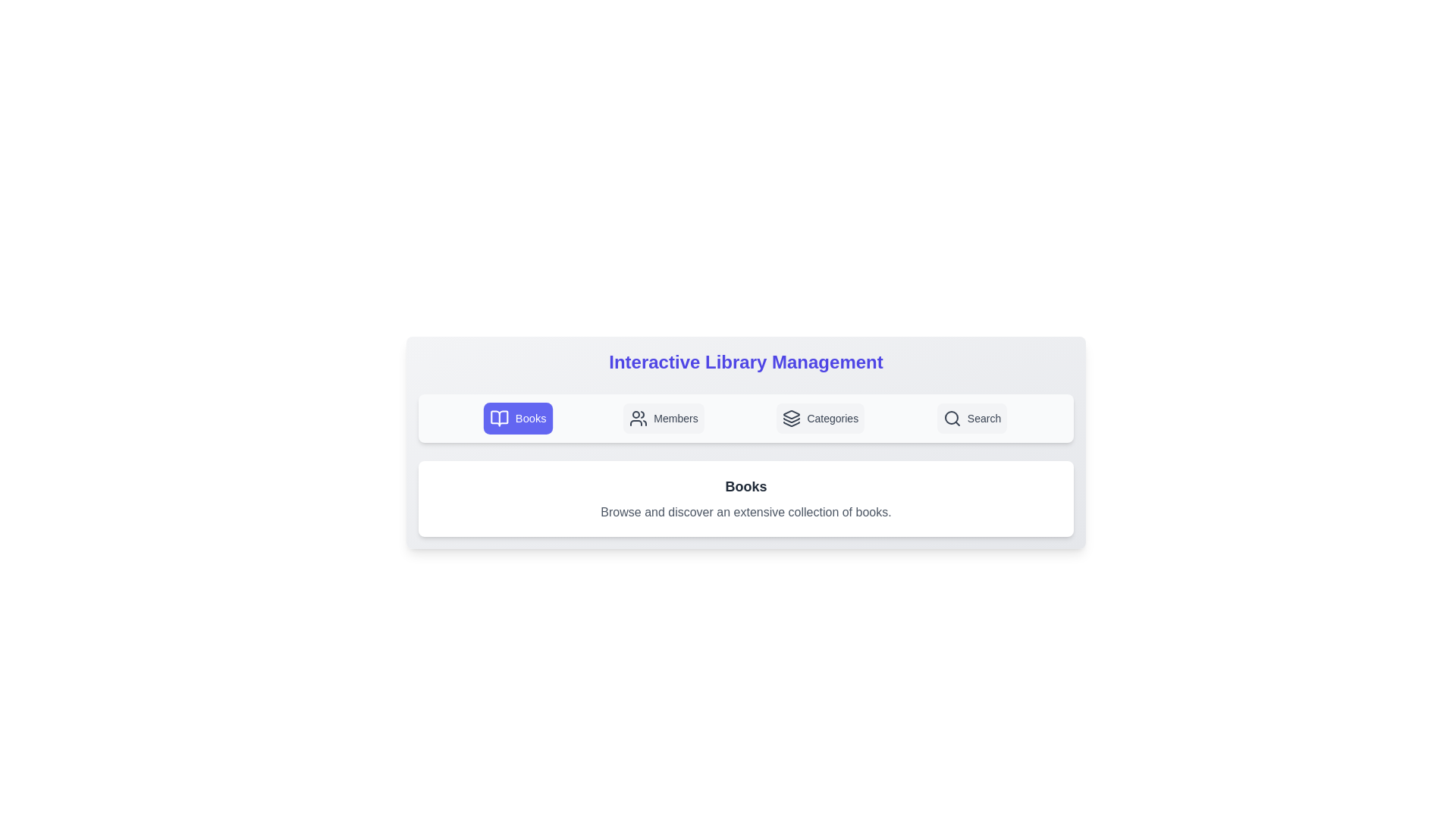  I want to click on the search icon, which is a black magnifying glass located at the top-right of the button group in the navigation bar, preceding the 'Search' label, so click(951, 418).